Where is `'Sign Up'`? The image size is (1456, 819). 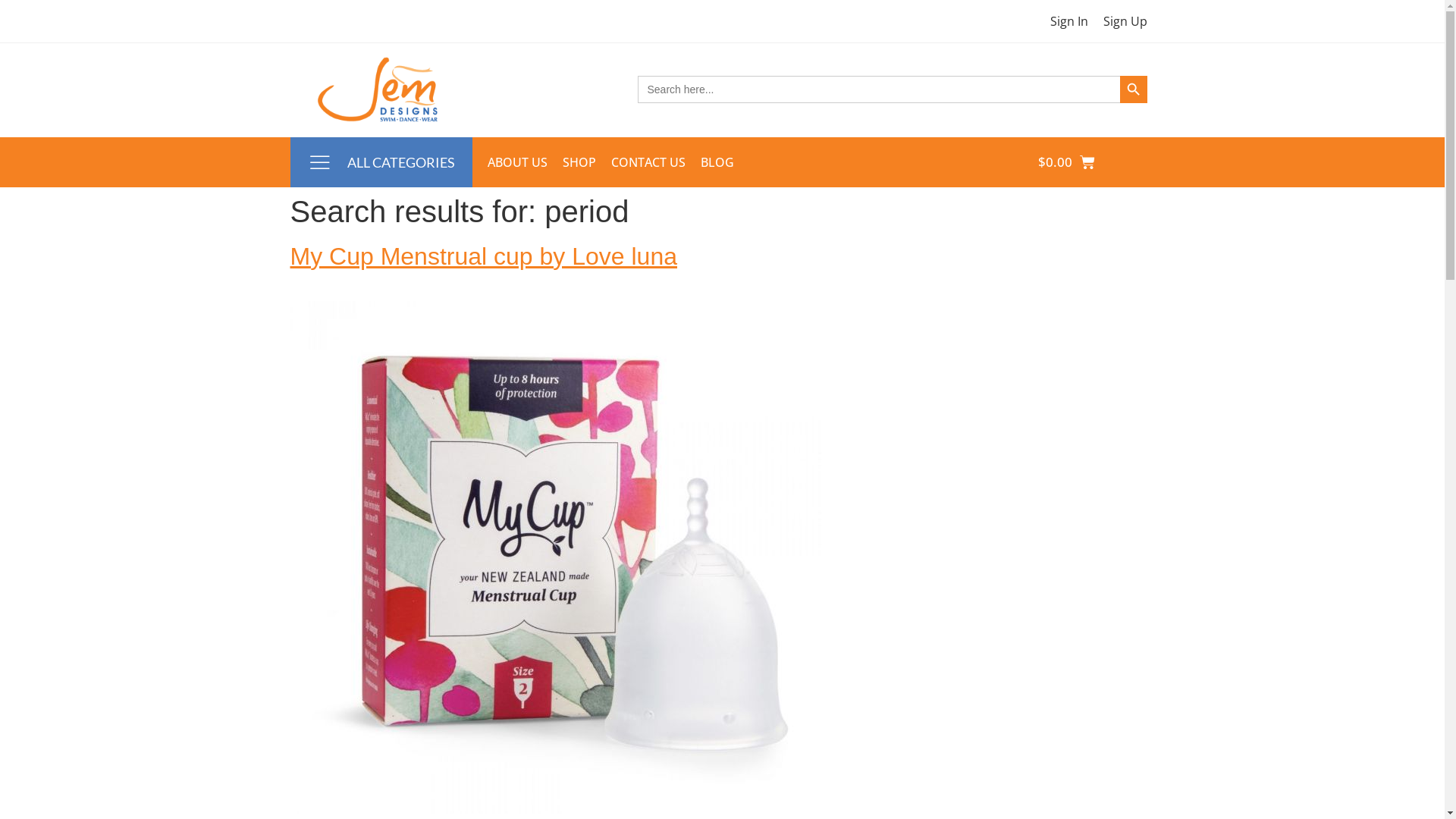 'Sign Up' is located at coordinates (1125, 20).